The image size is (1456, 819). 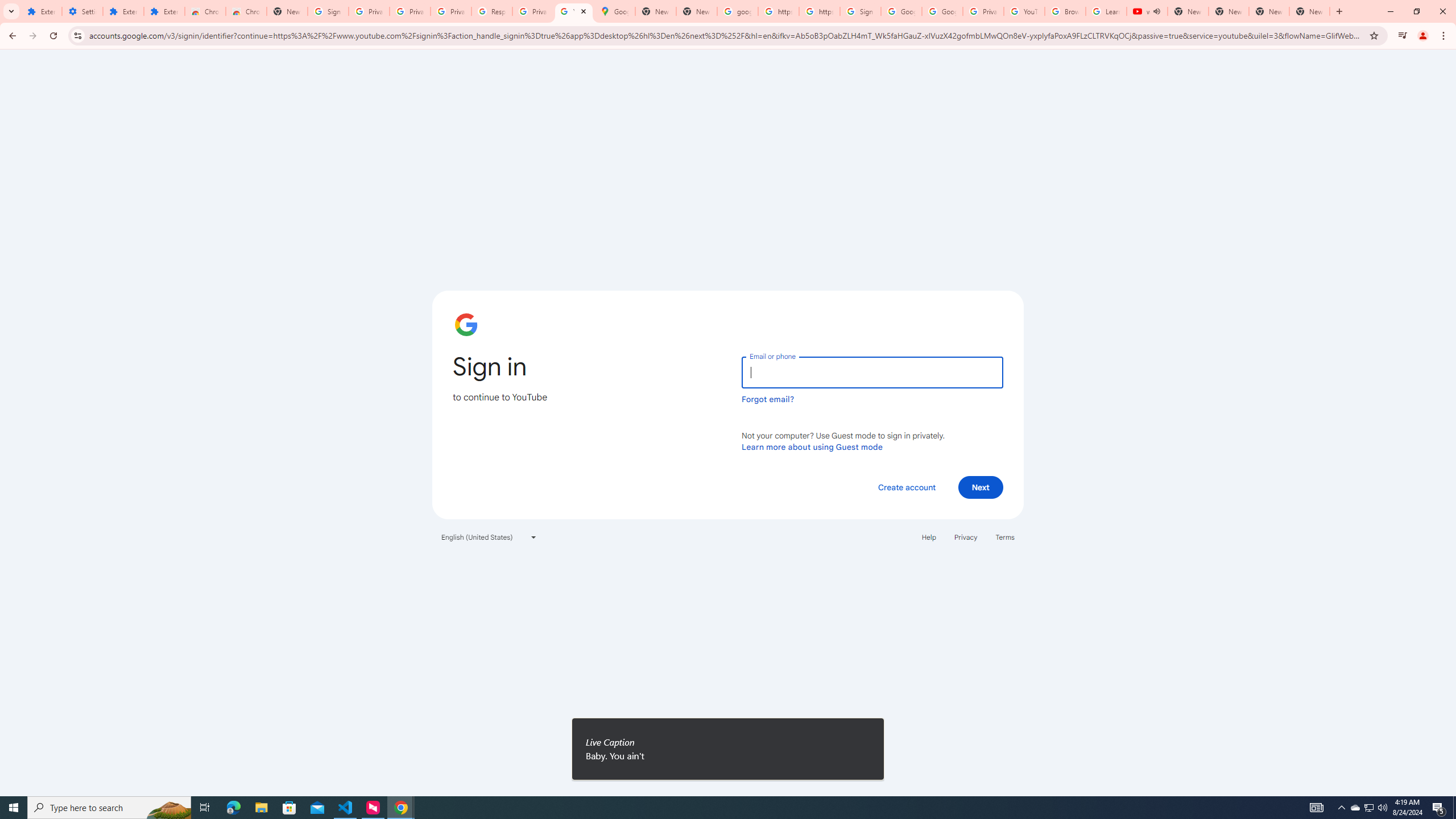 I want to click on 'Create account', so click(x=906, y=486).